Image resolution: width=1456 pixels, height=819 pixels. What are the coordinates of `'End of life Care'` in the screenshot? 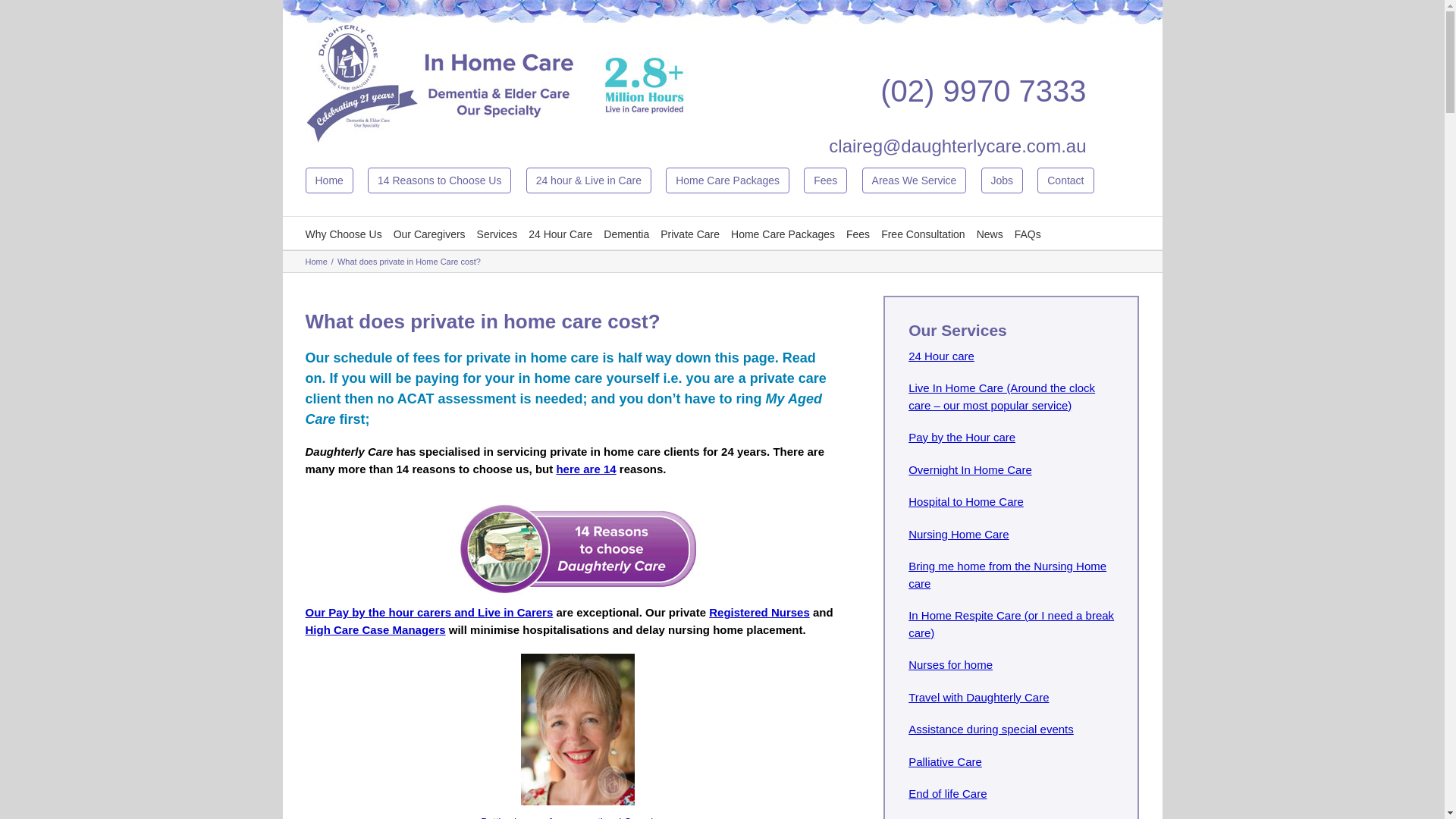 It's located at (946, 792).